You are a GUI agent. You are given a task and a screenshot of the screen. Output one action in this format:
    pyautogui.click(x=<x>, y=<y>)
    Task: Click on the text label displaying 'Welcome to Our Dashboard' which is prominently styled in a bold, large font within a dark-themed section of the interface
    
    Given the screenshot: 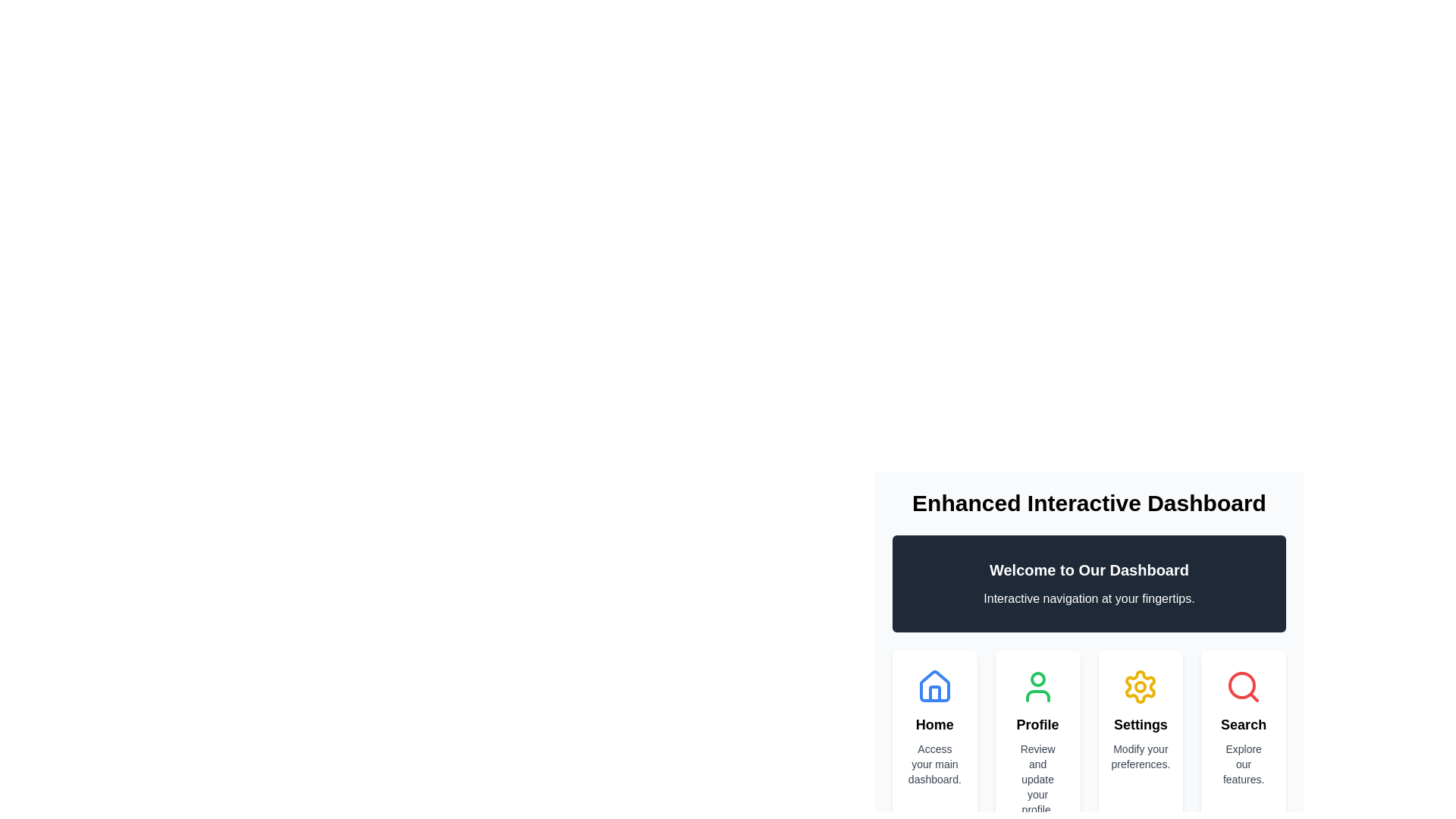 What is the action you would take?
    pyautogui.click(x=1088, y=570)
    